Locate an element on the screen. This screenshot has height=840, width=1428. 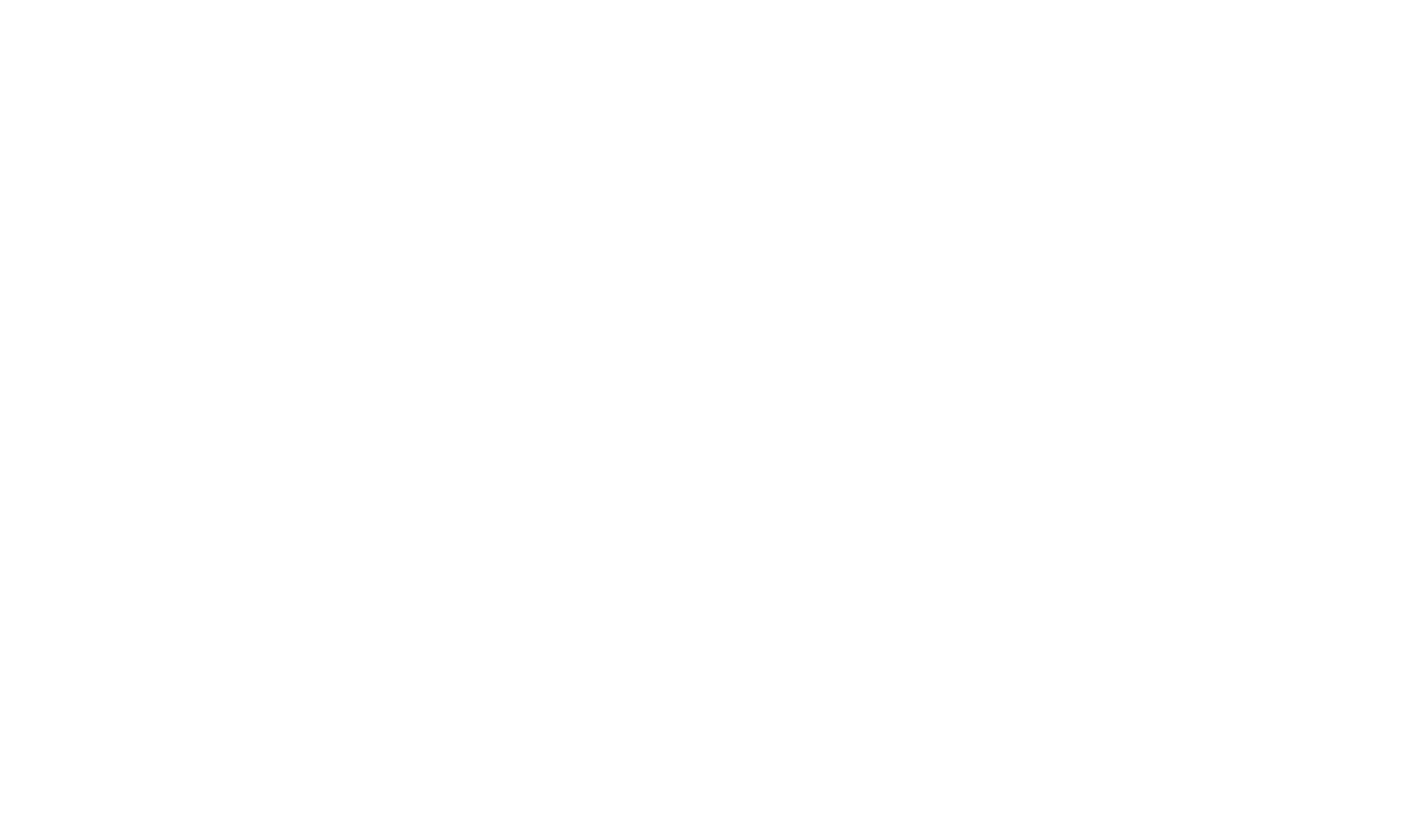
'Come to the hotel' is located at coordinates (1182, 540).